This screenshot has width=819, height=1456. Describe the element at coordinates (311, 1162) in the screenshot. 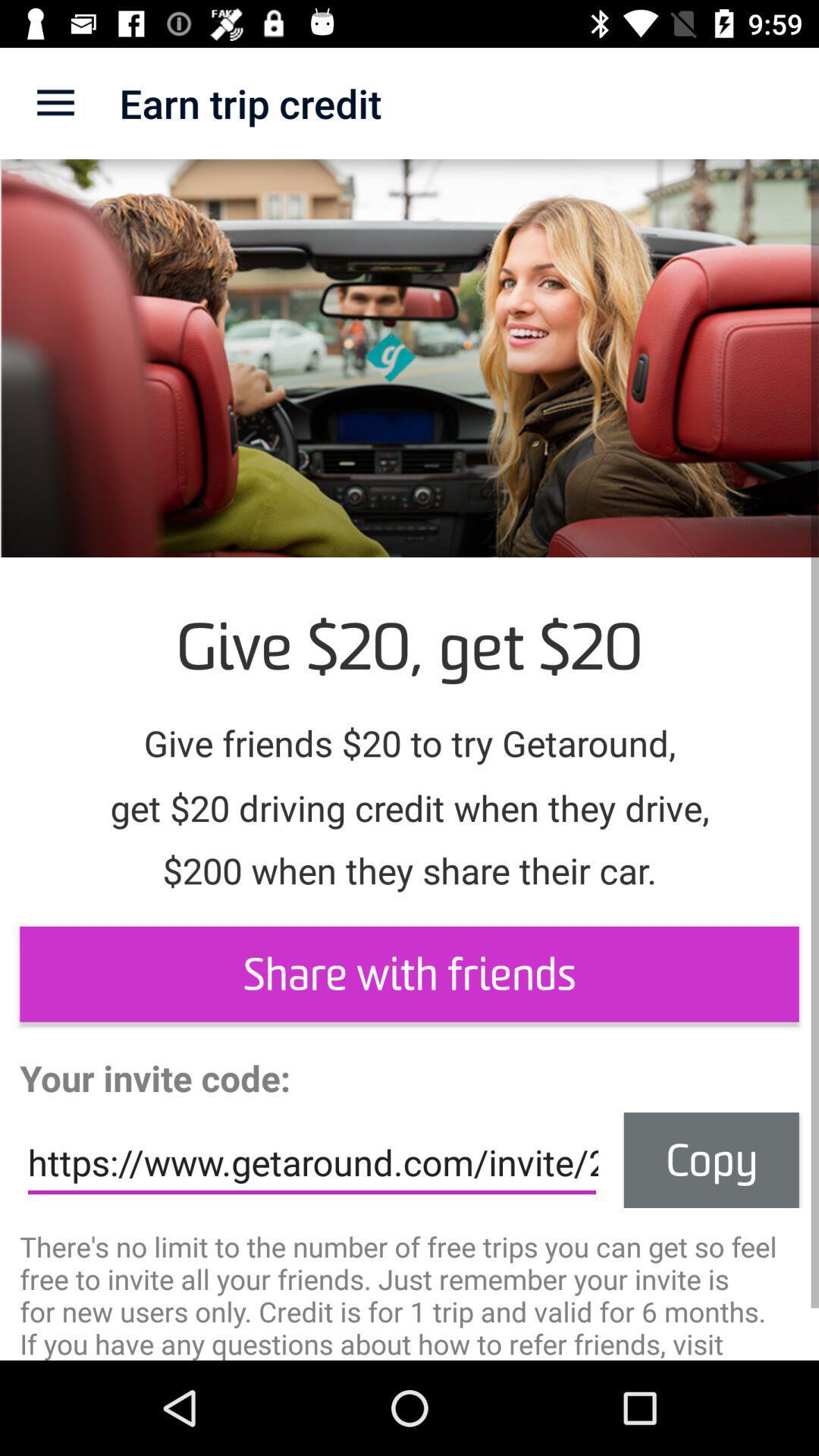

I see `the https www getaround` at that location.